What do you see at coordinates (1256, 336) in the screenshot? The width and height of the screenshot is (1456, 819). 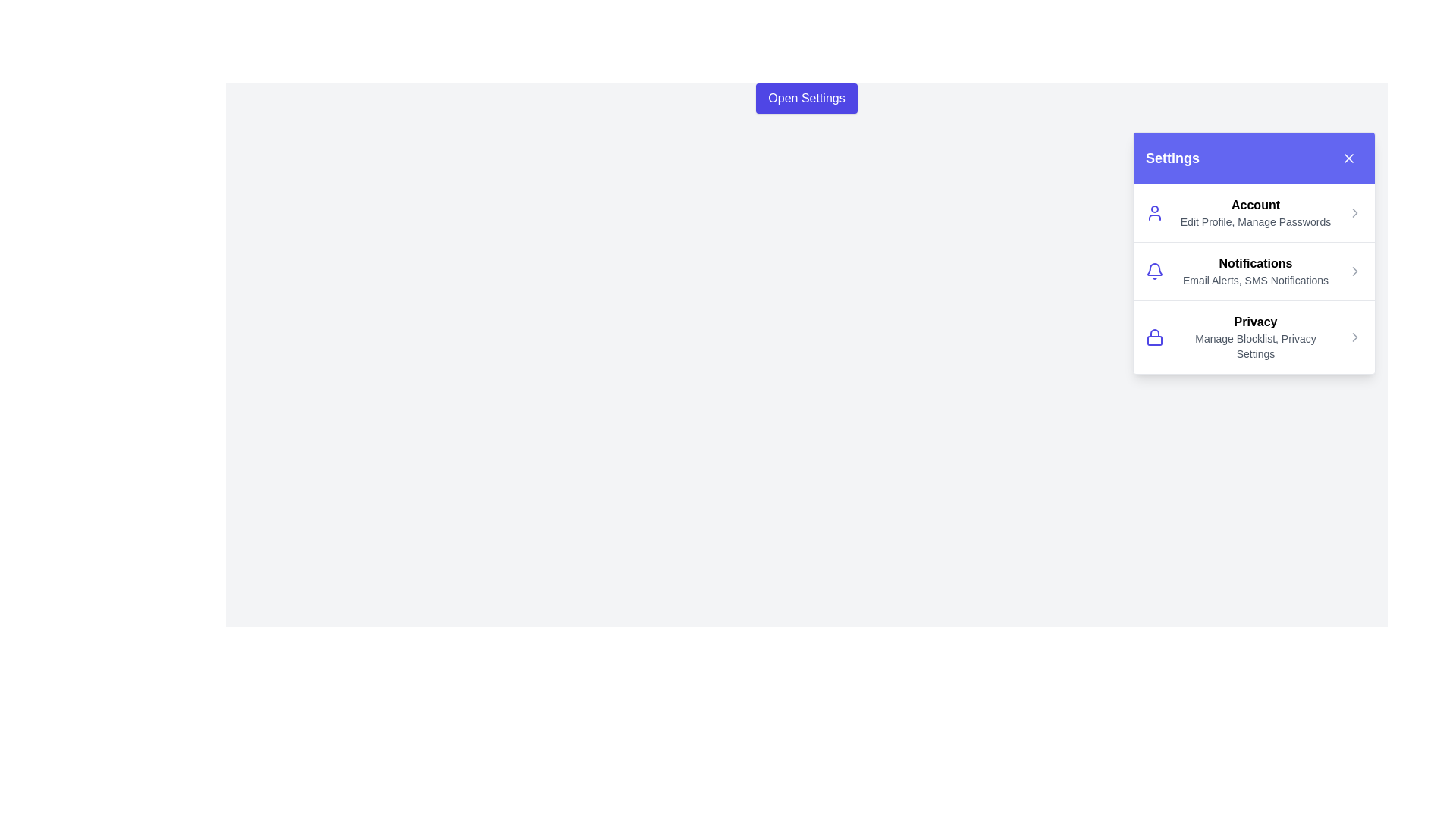 I see `to select the 'Privacy' list item in the Settings modal, which includes a bold title and descriptive text` at bounding box center [1256, 336].